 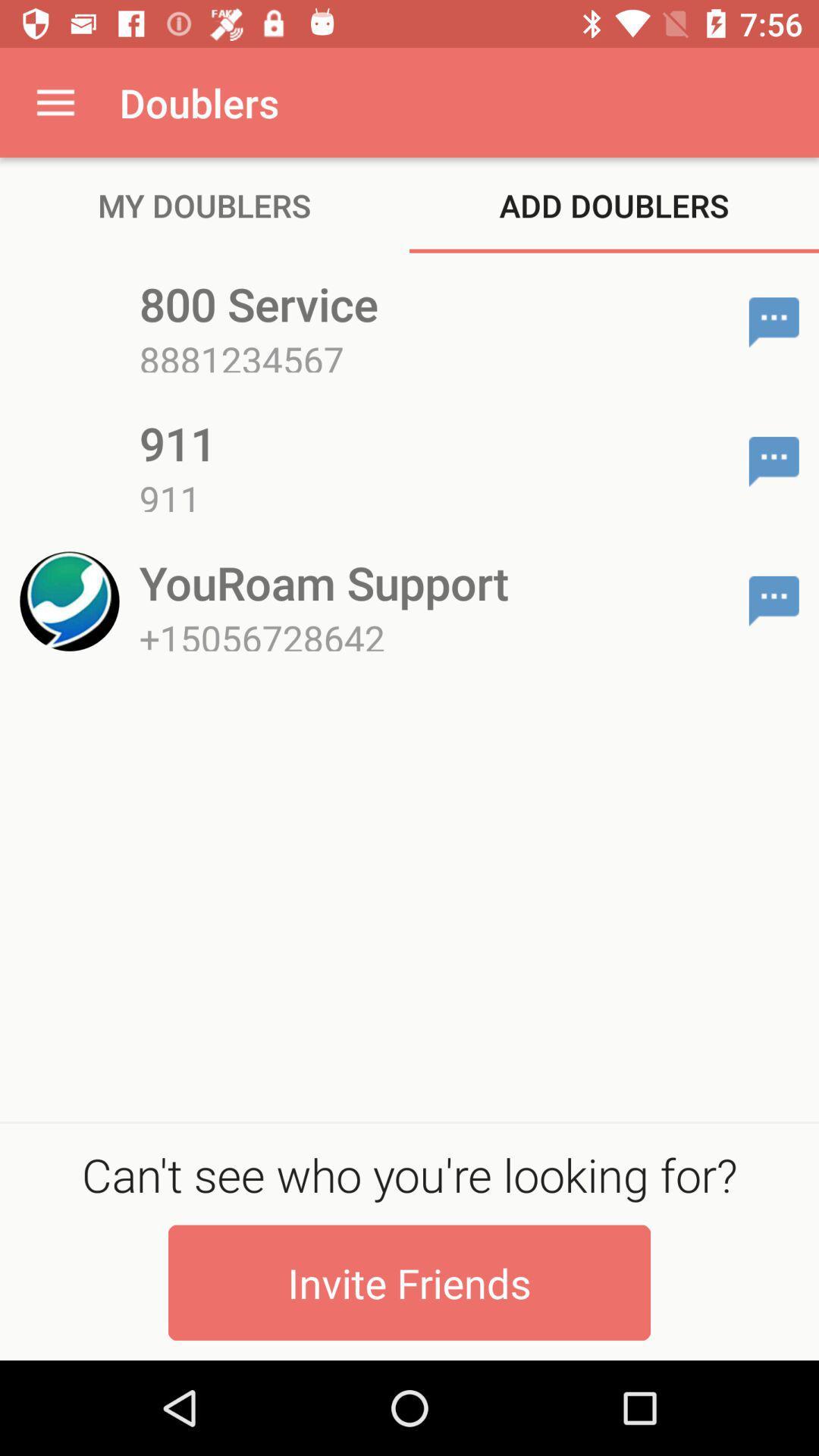 I want to click on app next to doublers app, so click(x=55, y=102).